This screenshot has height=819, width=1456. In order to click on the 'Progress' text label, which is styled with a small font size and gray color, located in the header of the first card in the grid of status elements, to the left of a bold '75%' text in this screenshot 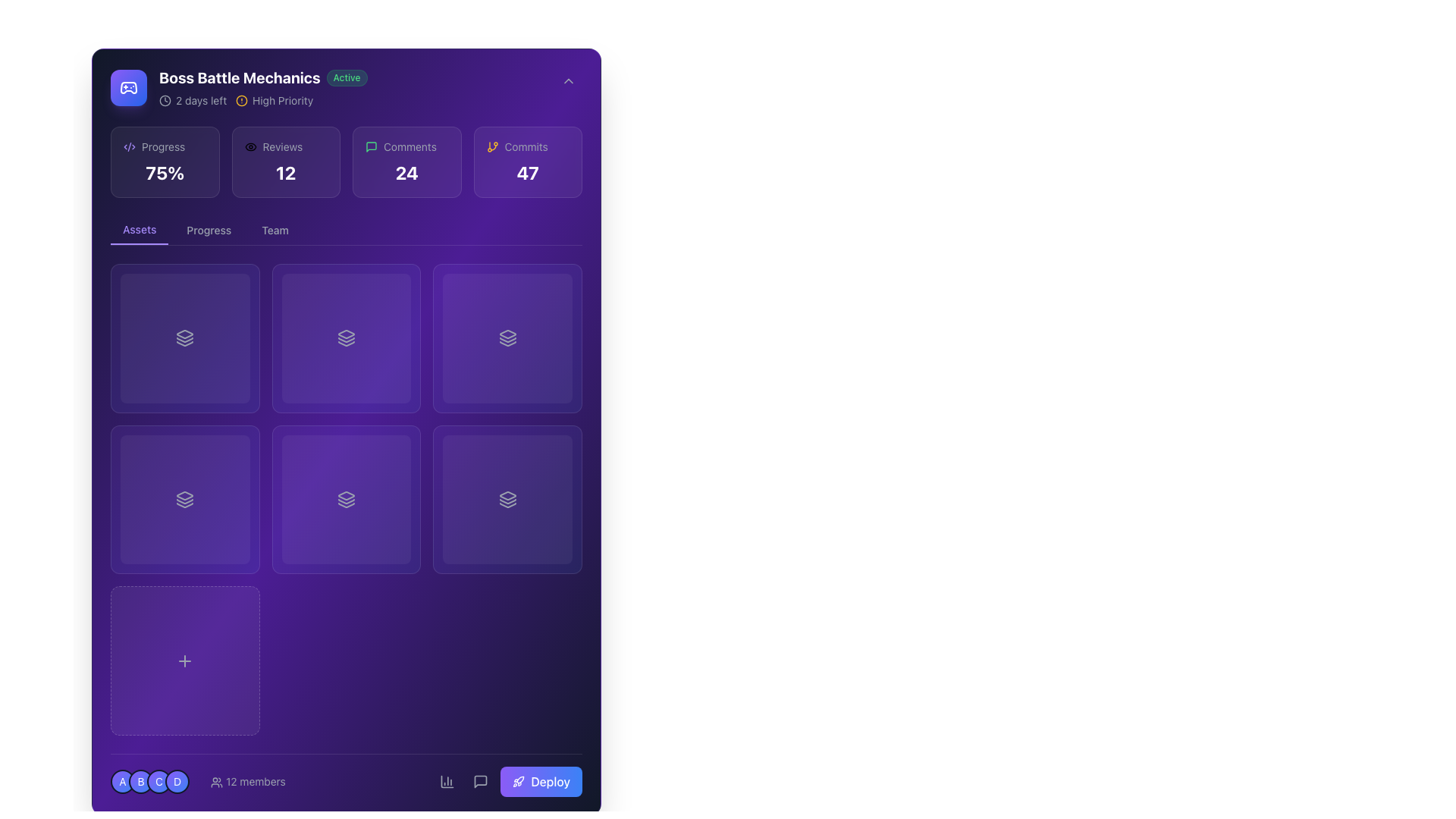, I will do `click(165, 146)`.